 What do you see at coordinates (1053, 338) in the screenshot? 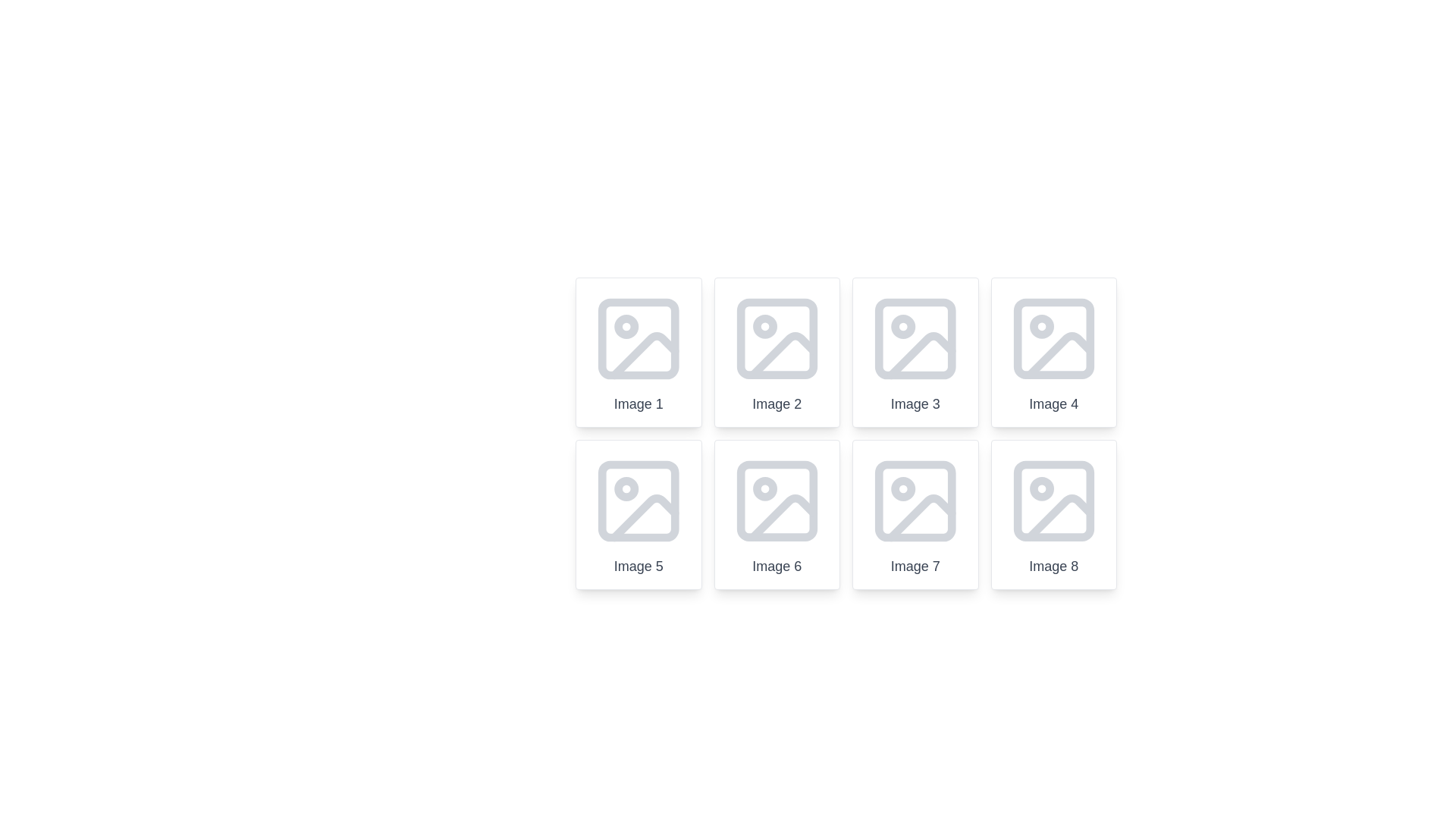
I see `the graphical decoration or framing rectangle within Image 4, which is positioned at the top-left corner of its bounding area in the grid layout` at bounding box center [1053, 338].